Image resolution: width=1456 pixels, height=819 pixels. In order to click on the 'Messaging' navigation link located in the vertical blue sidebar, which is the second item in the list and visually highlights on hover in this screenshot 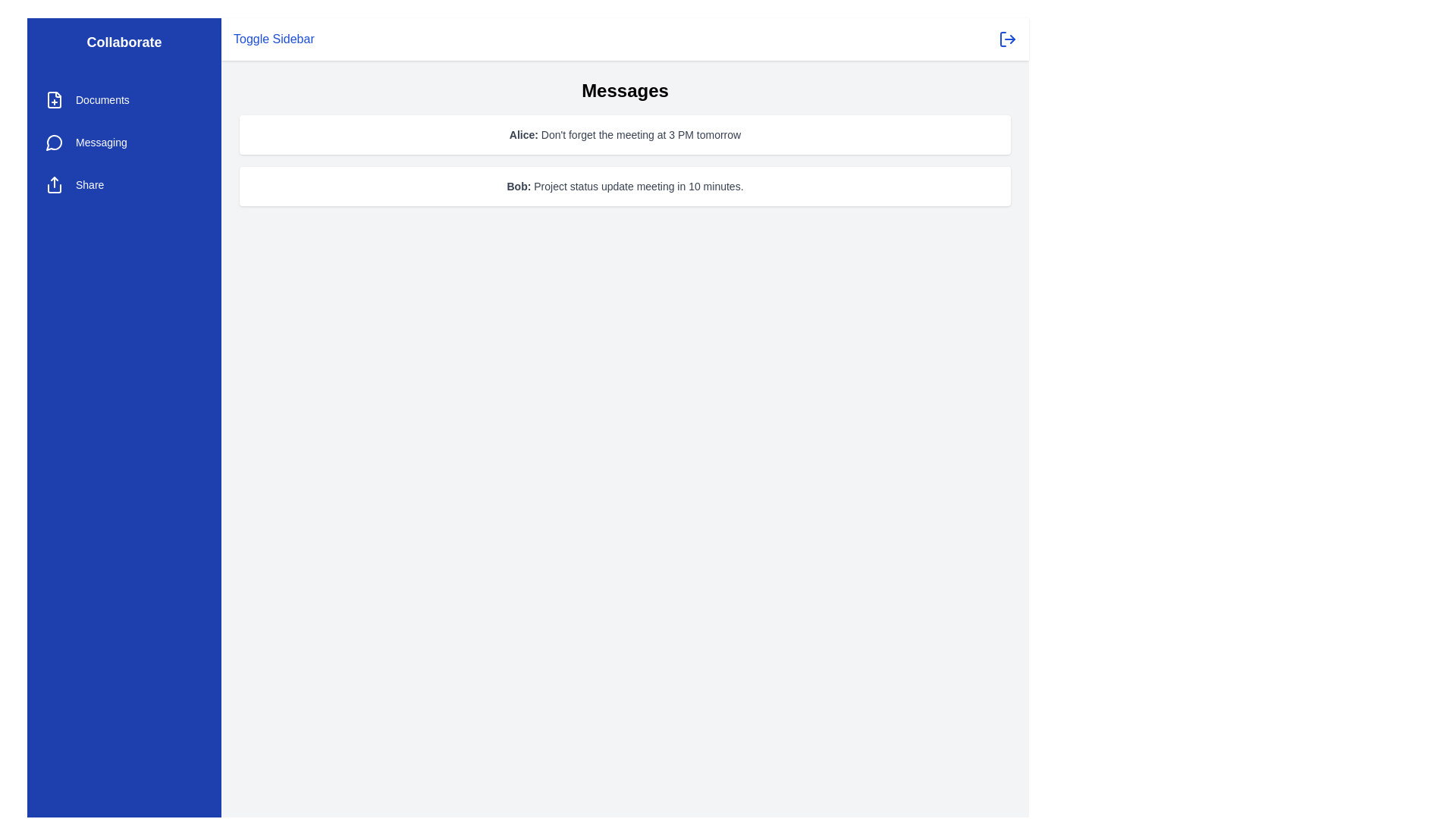, I will do `click(124, 143)`.